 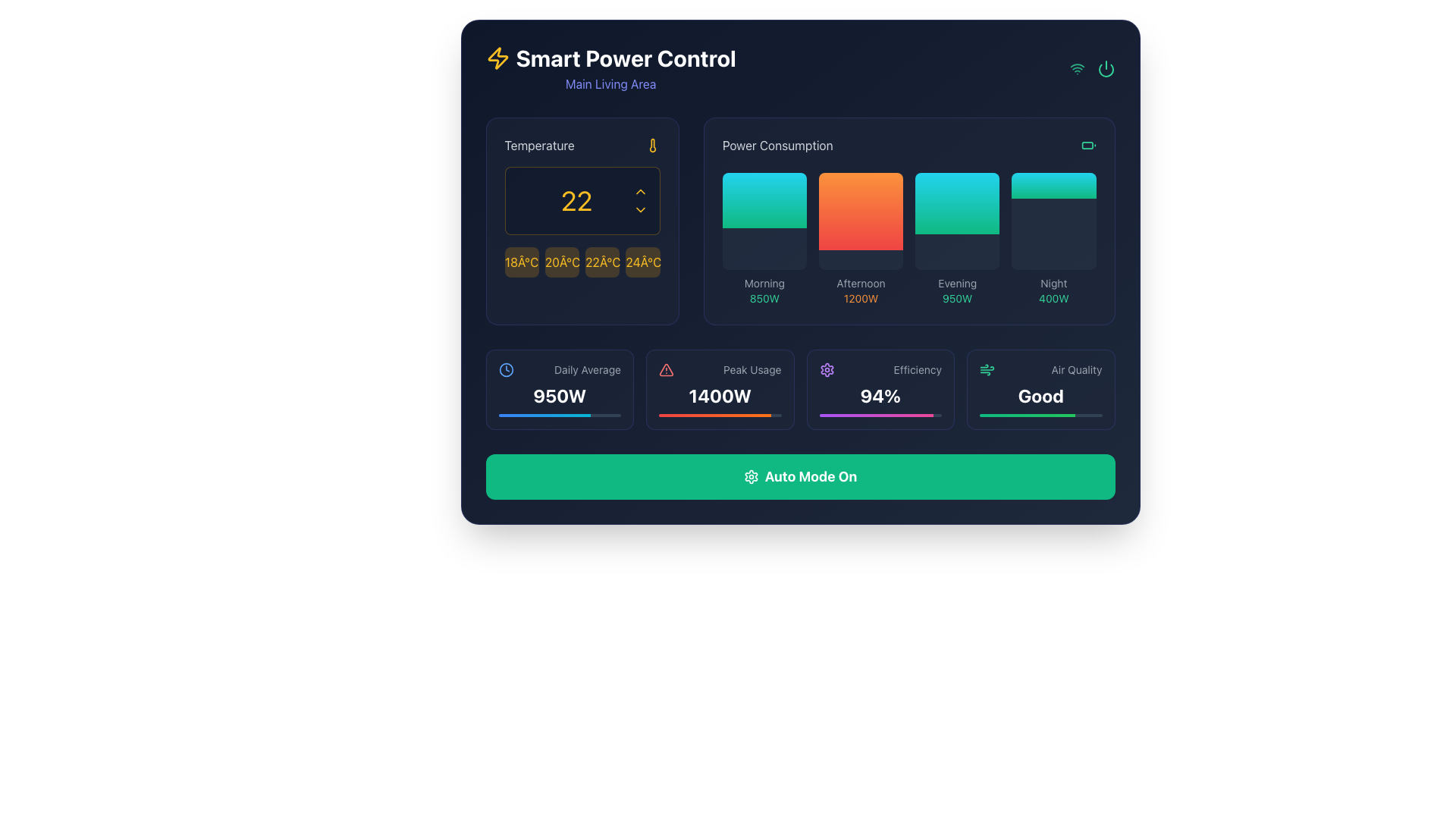 I want to click on the amber yellow thermometer icon located in the 'Temperature' section above the displayed temperature value ('22'), so click(x=652, y=146).